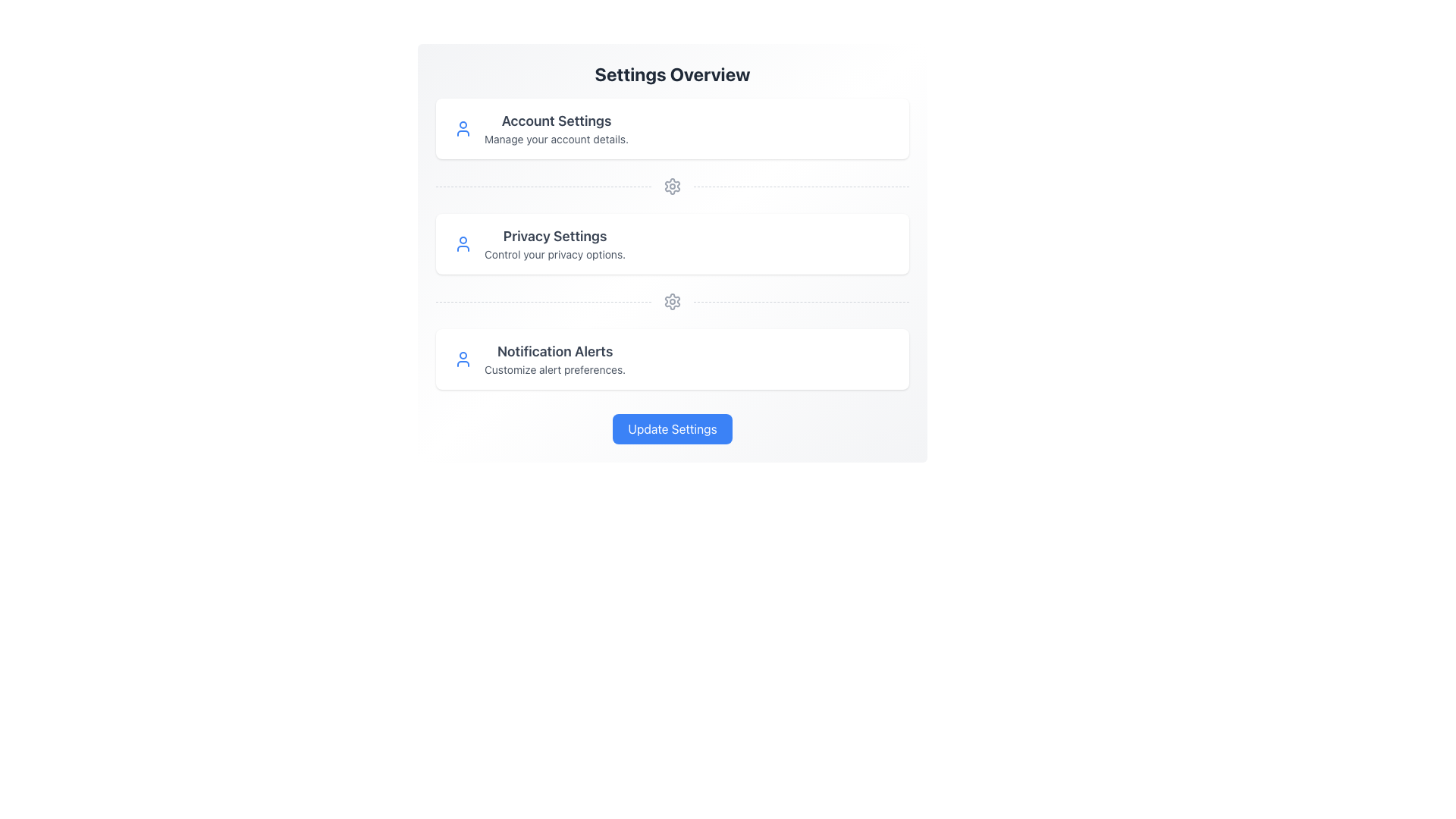 This screenshot has height=819, width=1456. I want to click on the gear icon located at the center of a horizontal dashed line divider between the 'Privacy Settings' and 'Notification Alerts' sections, so click(672, 186).